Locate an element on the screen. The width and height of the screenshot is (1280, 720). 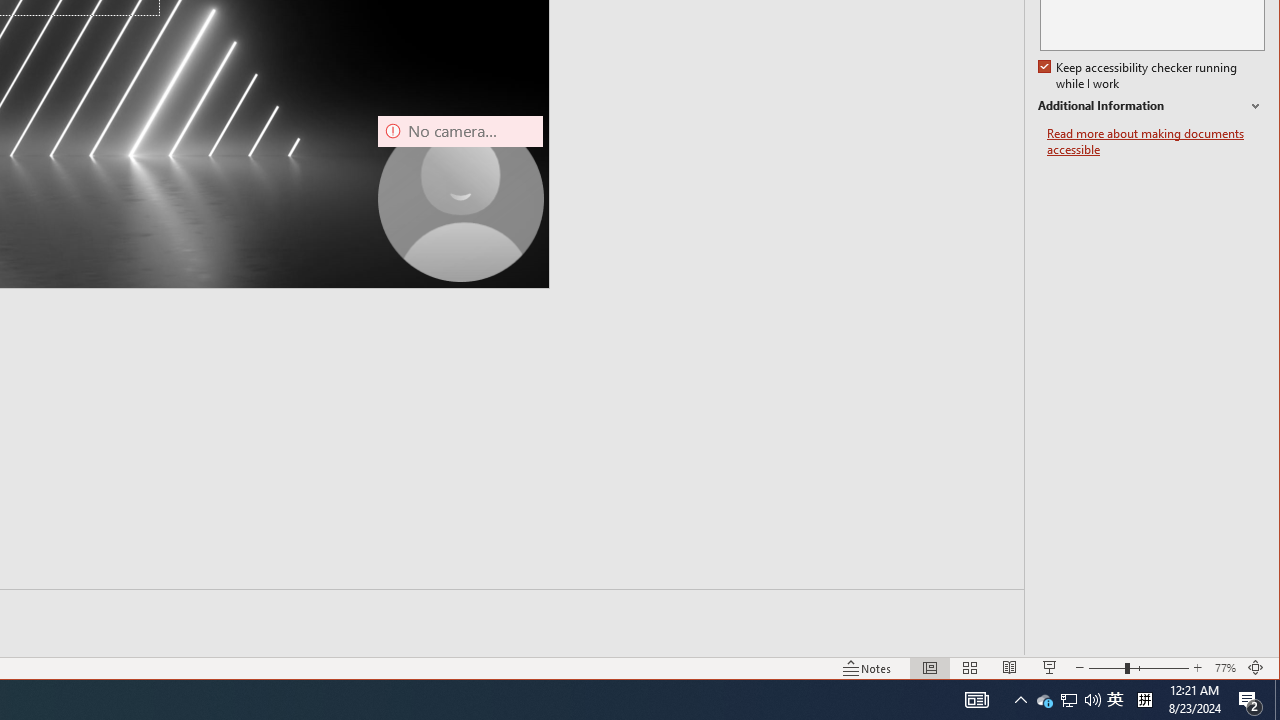
'Zoom 77%' is located at coordinates (1224, 668).